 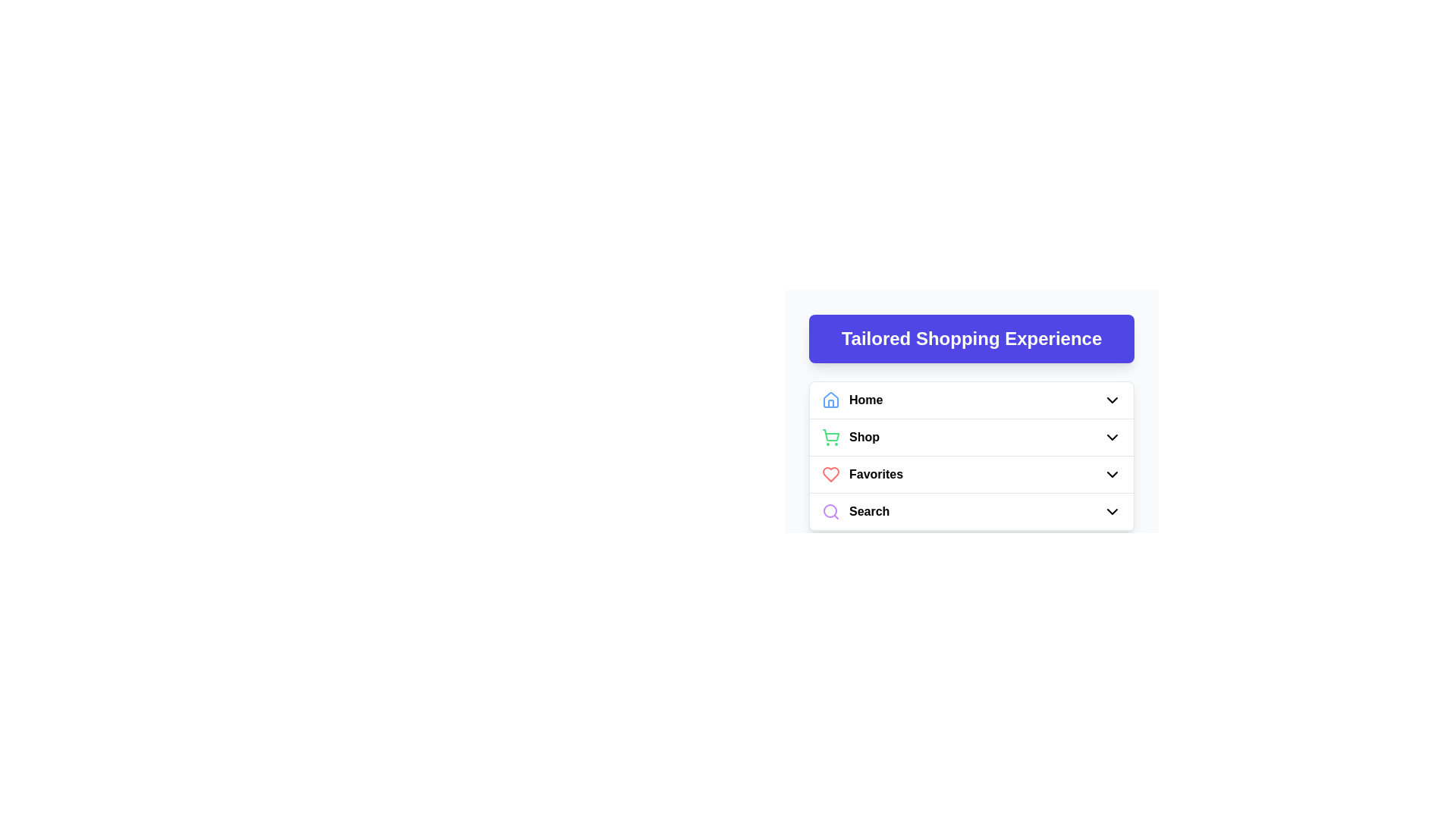 What do you see at coordinates (971, 438) in the screenshot?
I see `the 'Shop' button located in the 'Tailored Shopping Experience' section, which is the second menu item below 'Home' and above 'Favorites'` at bounding box center [971, 438].